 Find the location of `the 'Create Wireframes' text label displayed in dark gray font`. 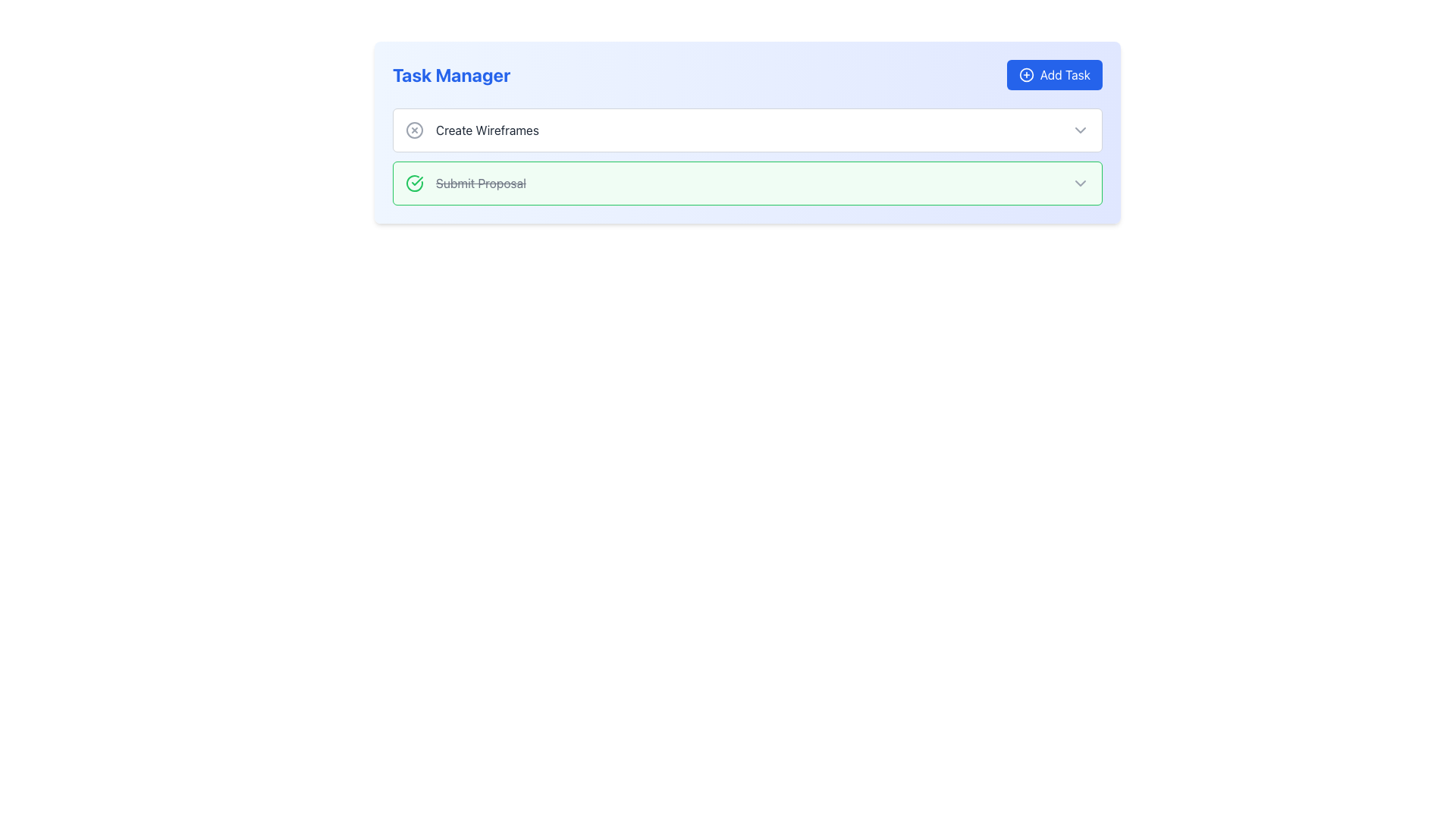

the 'Create Wireframes' text label displayed in dark gray font is located at coordinates (488, 130).